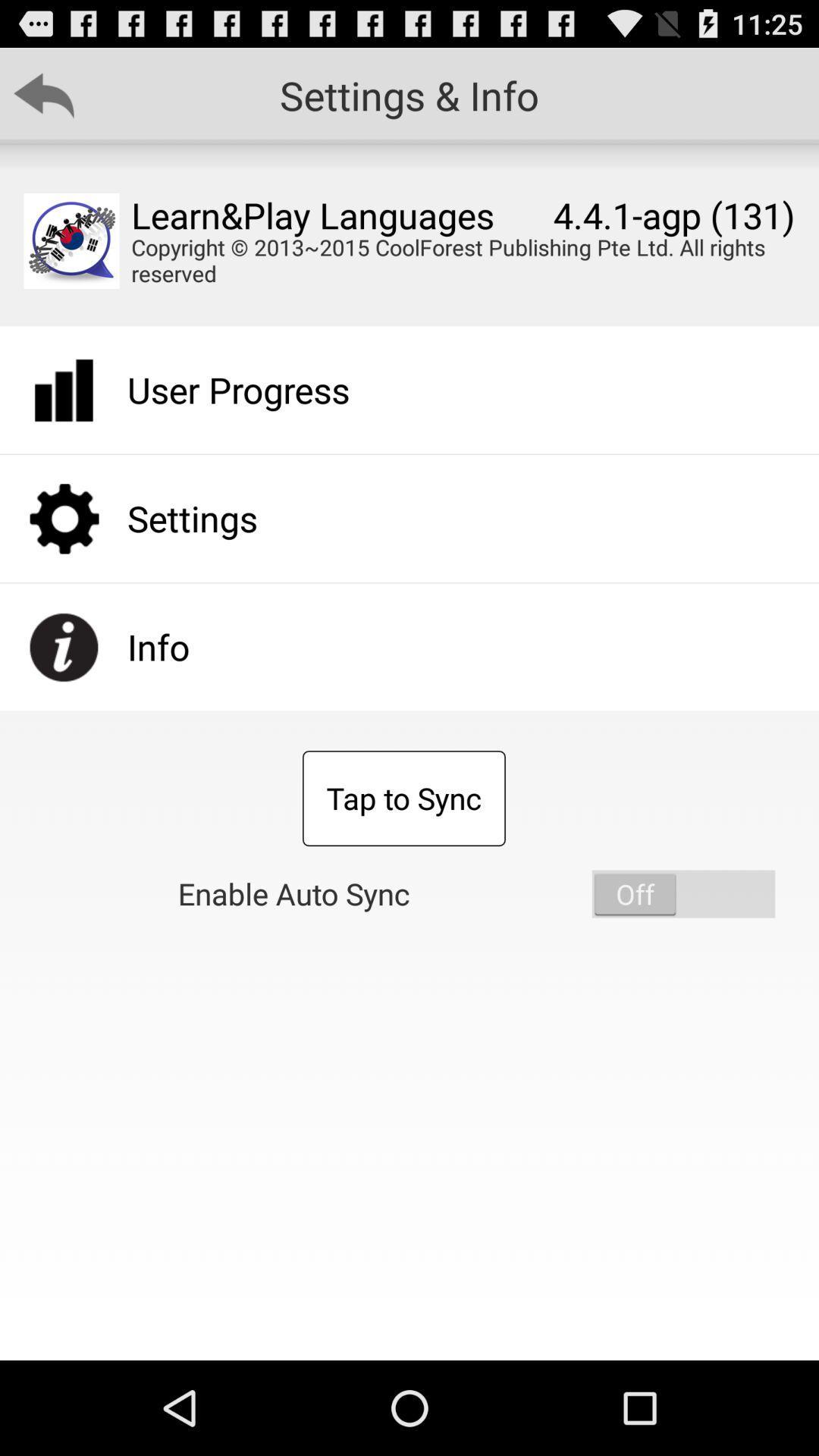 The image size is (819, 1456). I want to click on tap to sync icon, so click(403, 797).